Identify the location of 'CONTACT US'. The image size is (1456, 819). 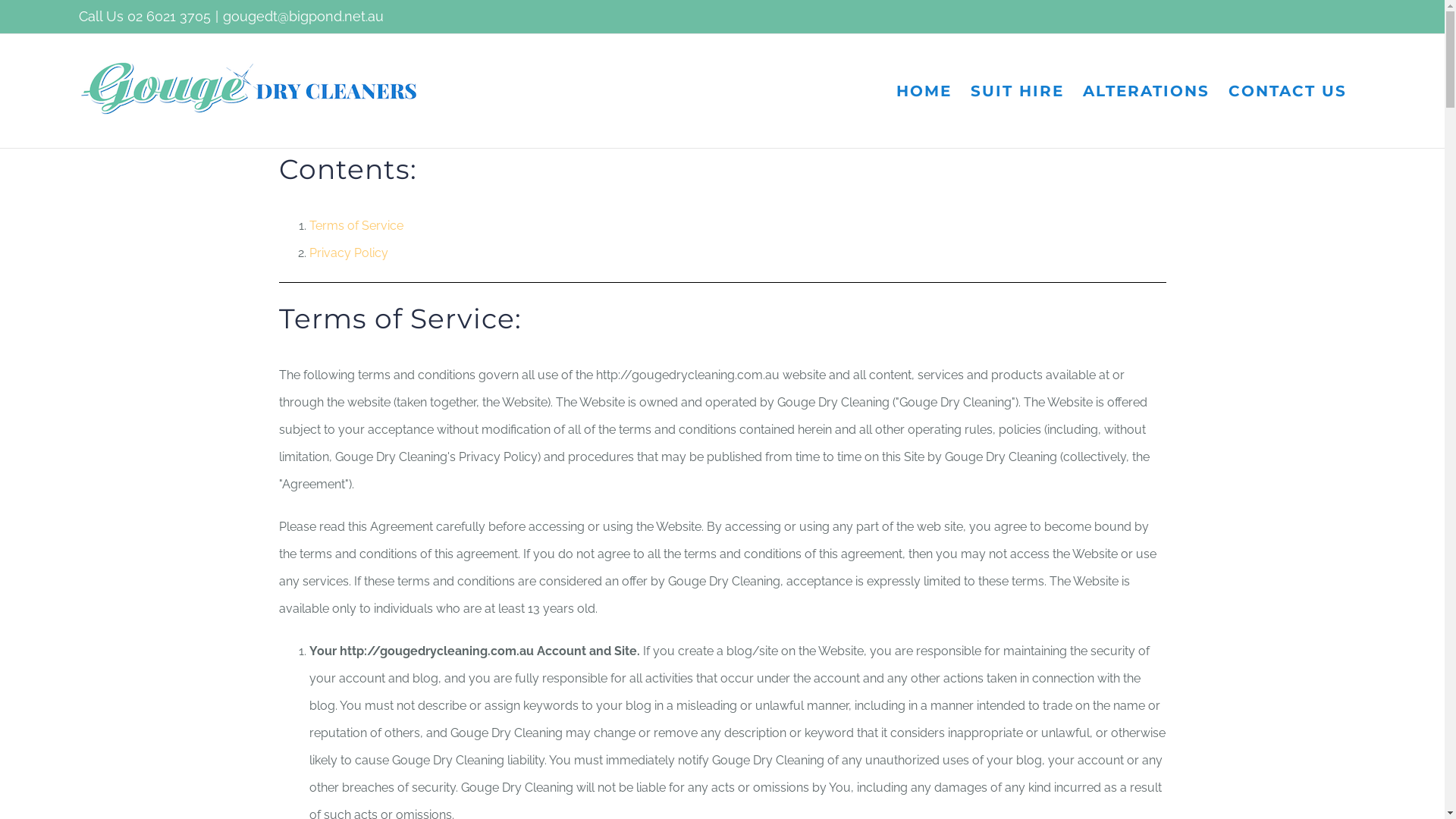
(1228, 90).